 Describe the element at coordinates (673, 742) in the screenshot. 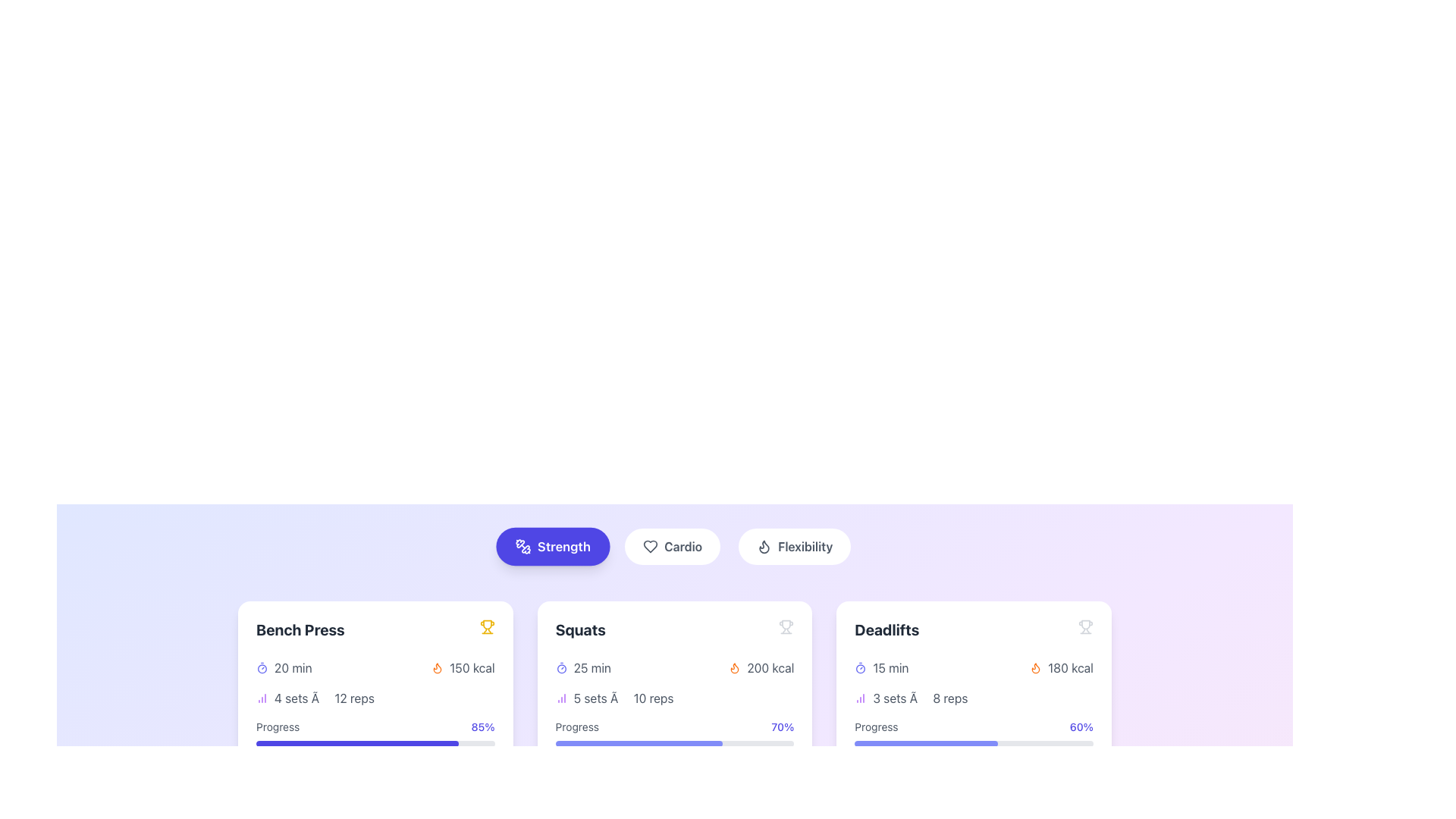

I see `the horizontal progress bar indicating 70% completion located below the text 'Squats' and above the blue text '70%'` at that location.